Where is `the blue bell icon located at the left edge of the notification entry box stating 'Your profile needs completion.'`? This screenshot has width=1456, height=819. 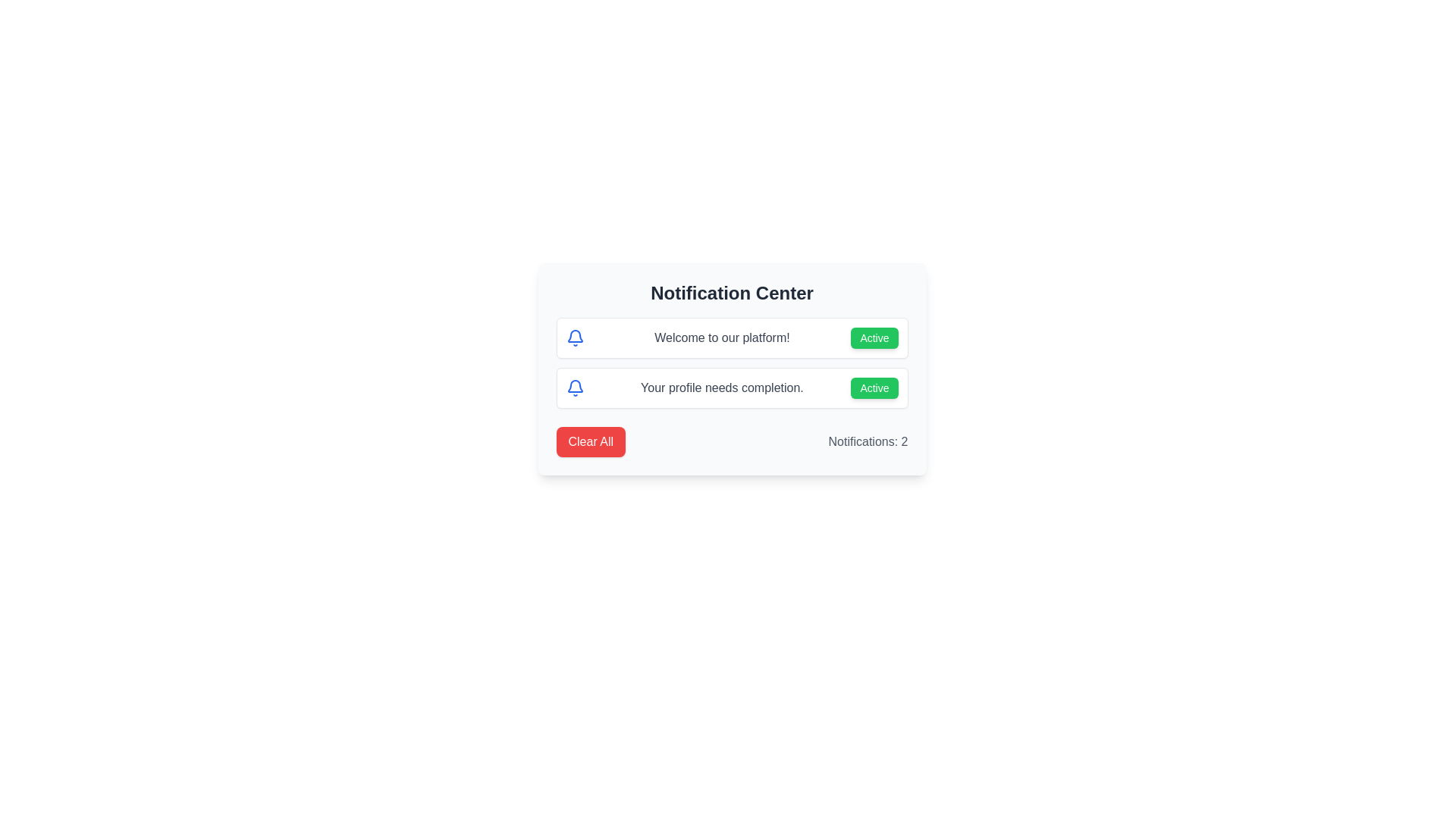
the blue bell icon located at the left edge of the notification entry box stating 'Your profile needs completion.' is located at coordinates (574, 388).